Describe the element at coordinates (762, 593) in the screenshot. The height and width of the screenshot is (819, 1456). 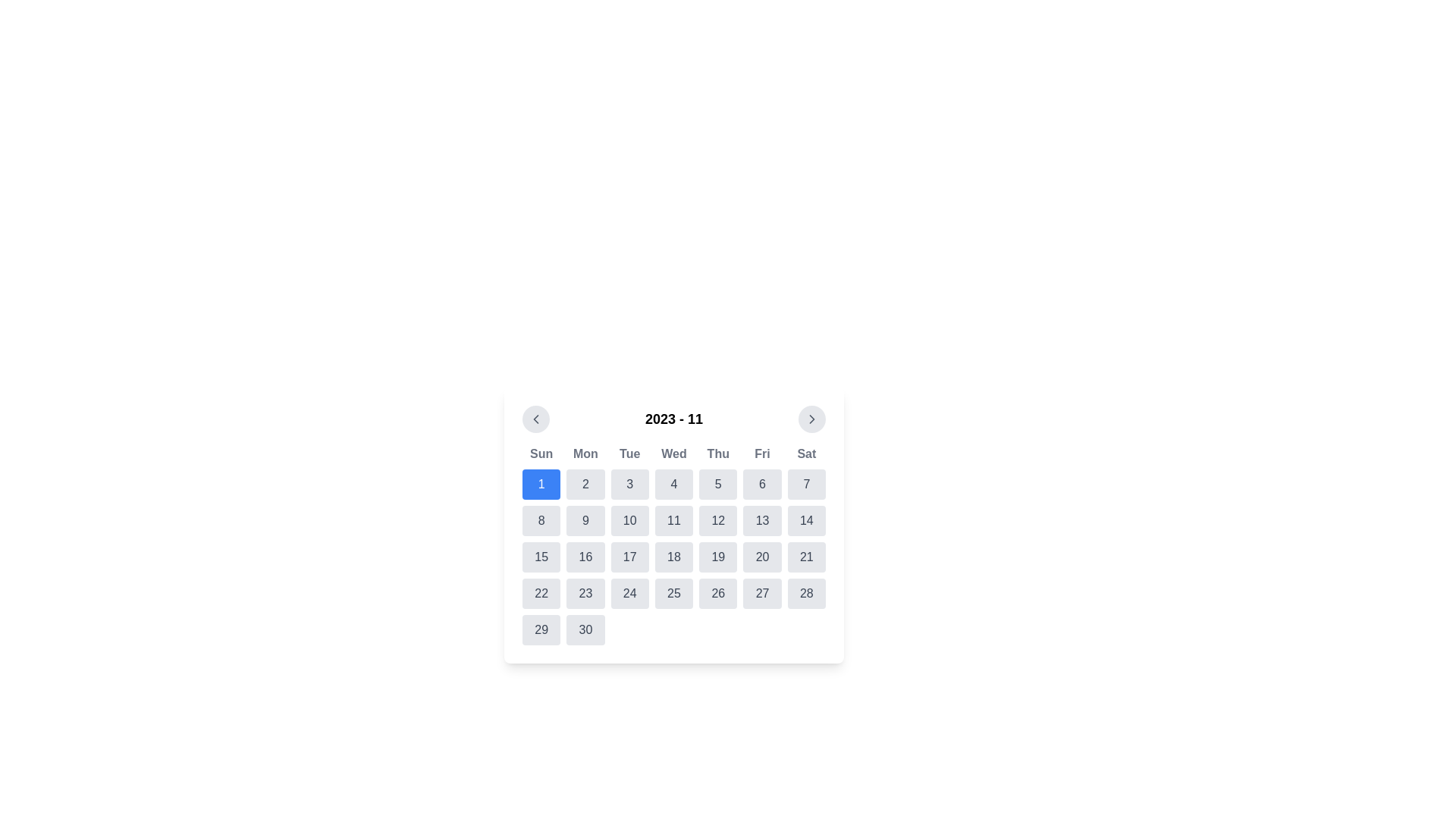
I see `the button representing calendar day '27' to change its appearance` at that location.